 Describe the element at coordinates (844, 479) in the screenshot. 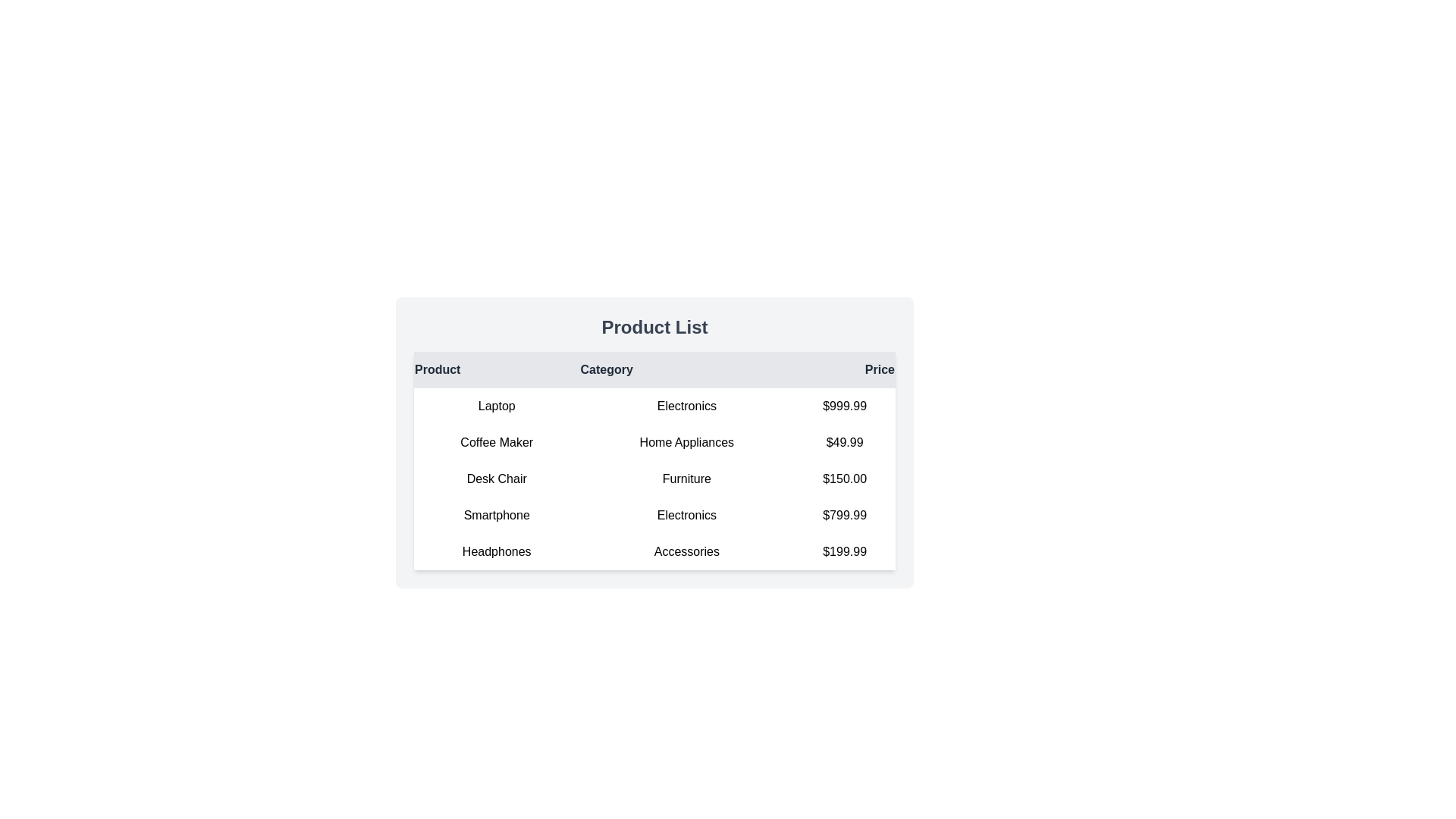

I see `the price text of the 'Desk Chair' item in the 'Product List' table, which is located in the third row under the 'Price' column` at that location.